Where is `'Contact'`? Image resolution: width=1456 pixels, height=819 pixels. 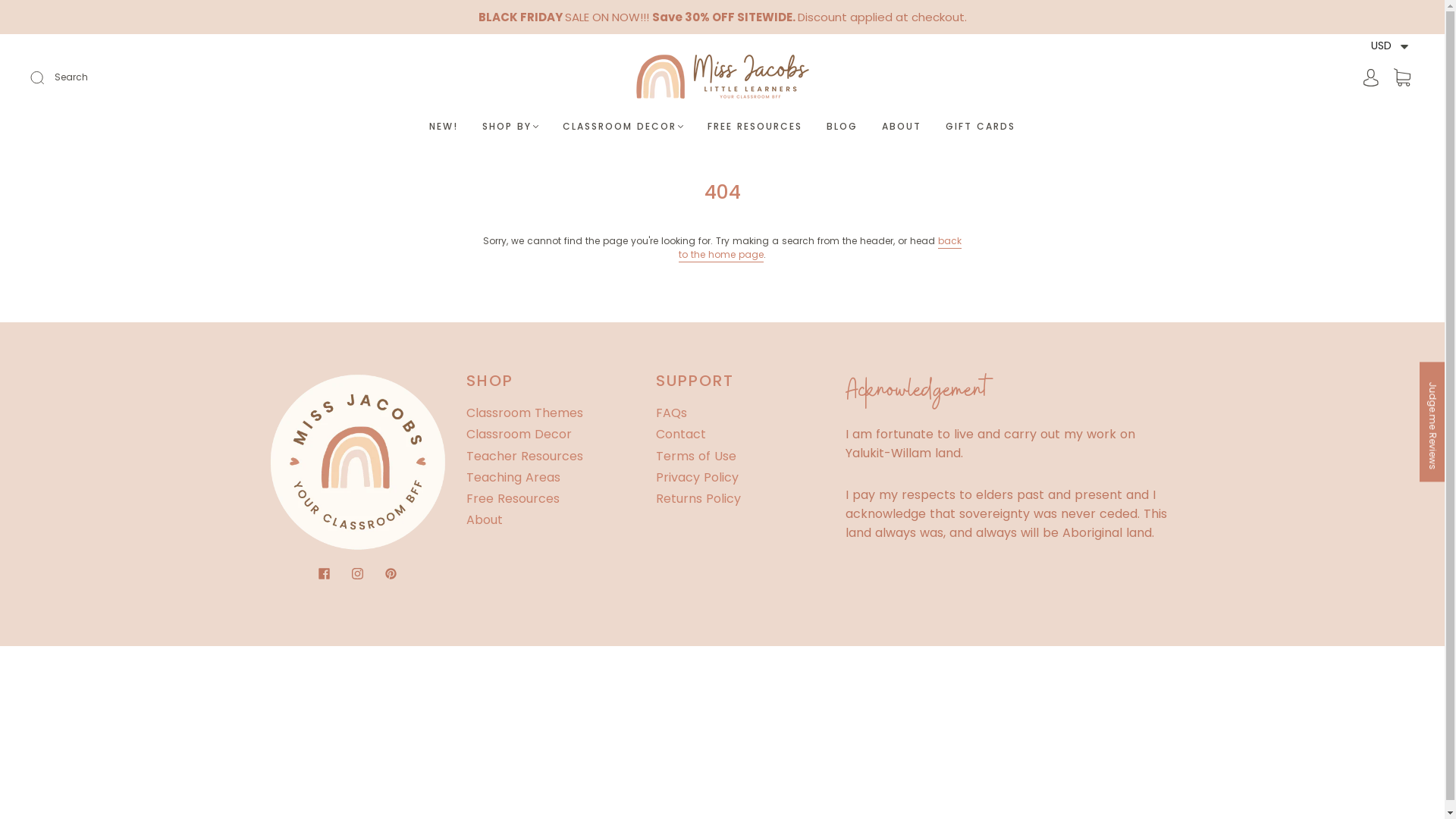
'Contact' is located at coordinates (655, 434).